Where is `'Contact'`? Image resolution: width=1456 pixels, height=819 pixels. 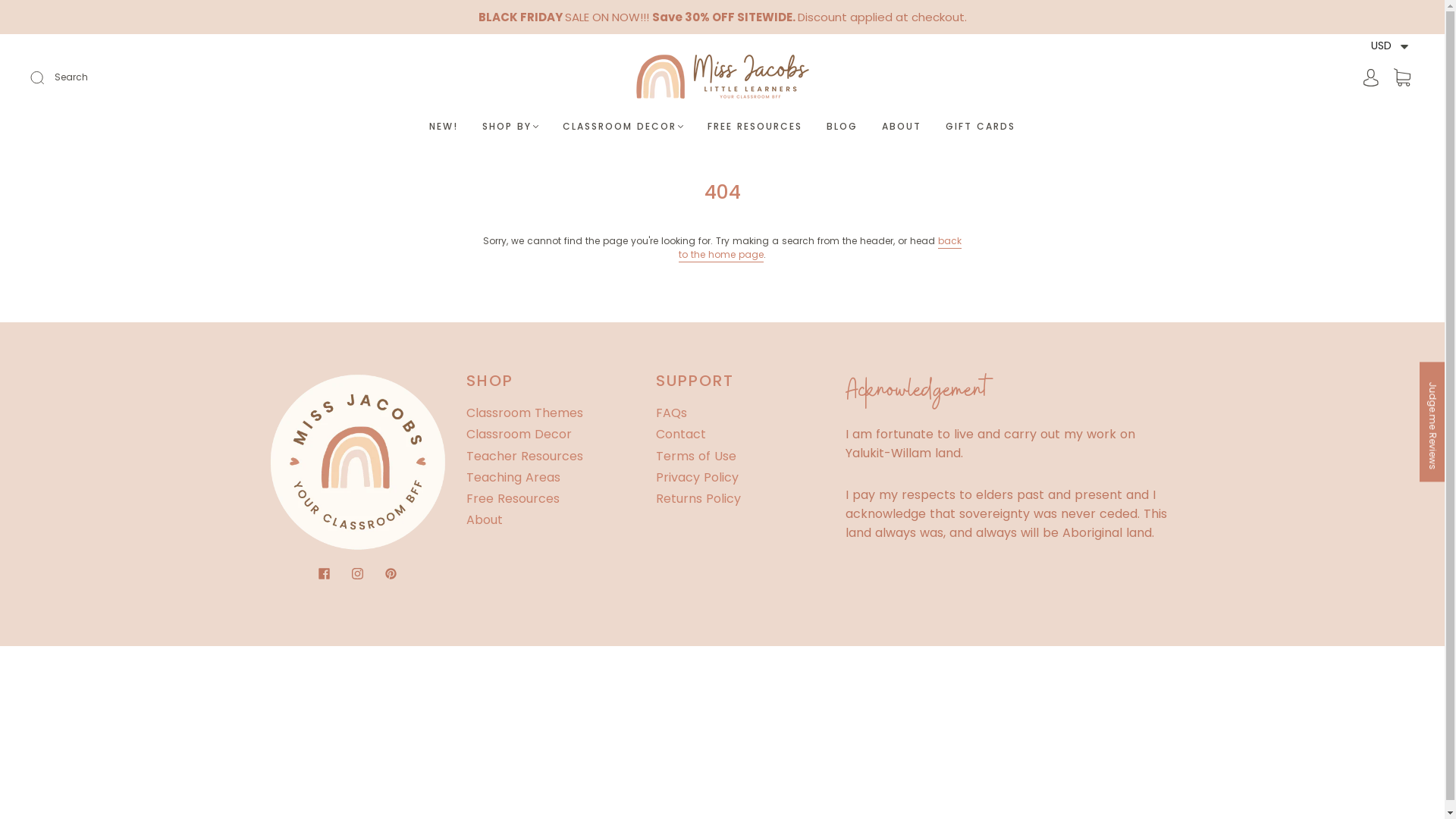
'Contact' is located at coordinates (655, 434).